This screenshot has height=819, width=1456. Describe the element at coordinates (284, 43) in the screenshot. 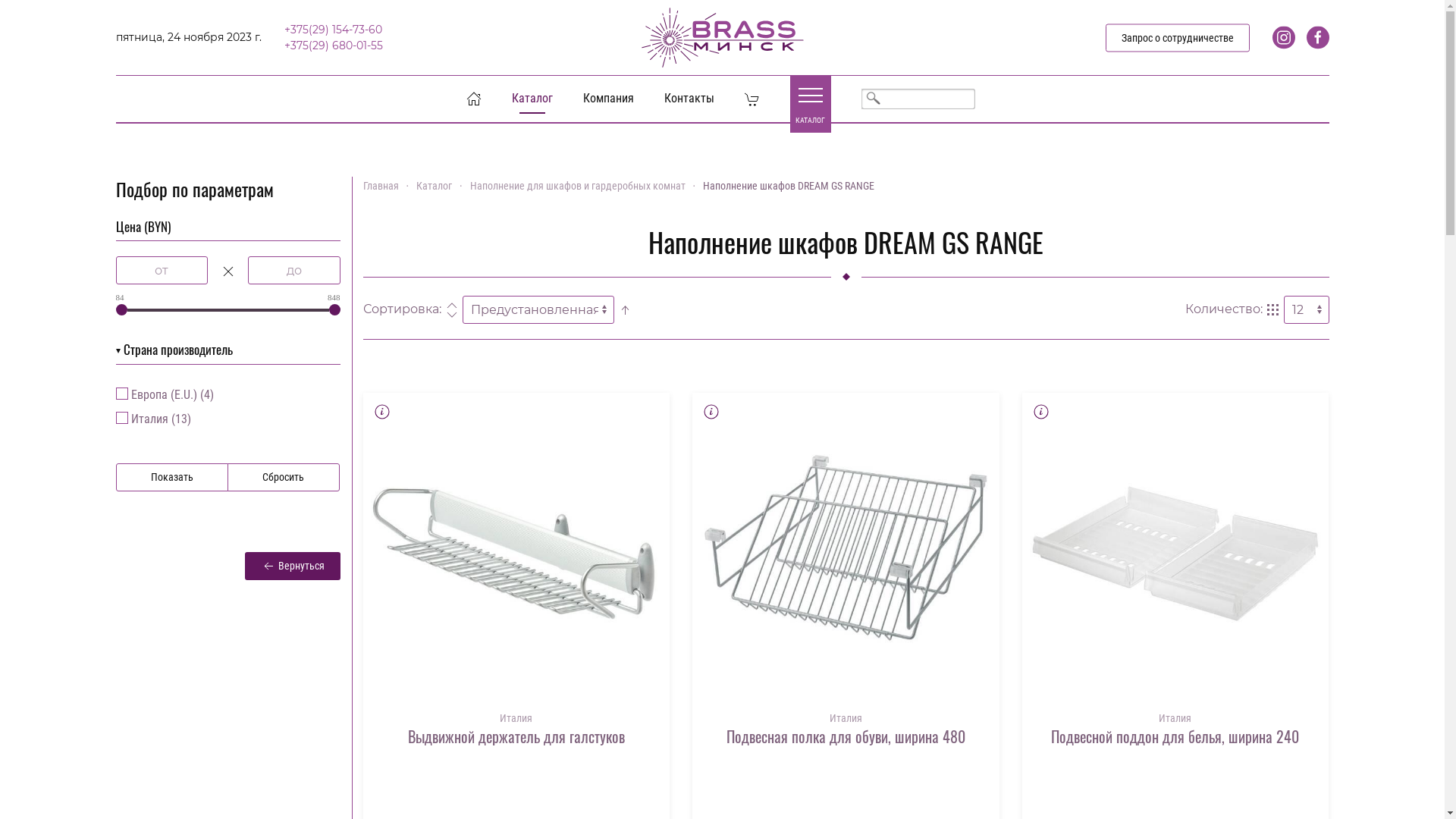

I see `'+375(29) 680-01-55'` at that location.